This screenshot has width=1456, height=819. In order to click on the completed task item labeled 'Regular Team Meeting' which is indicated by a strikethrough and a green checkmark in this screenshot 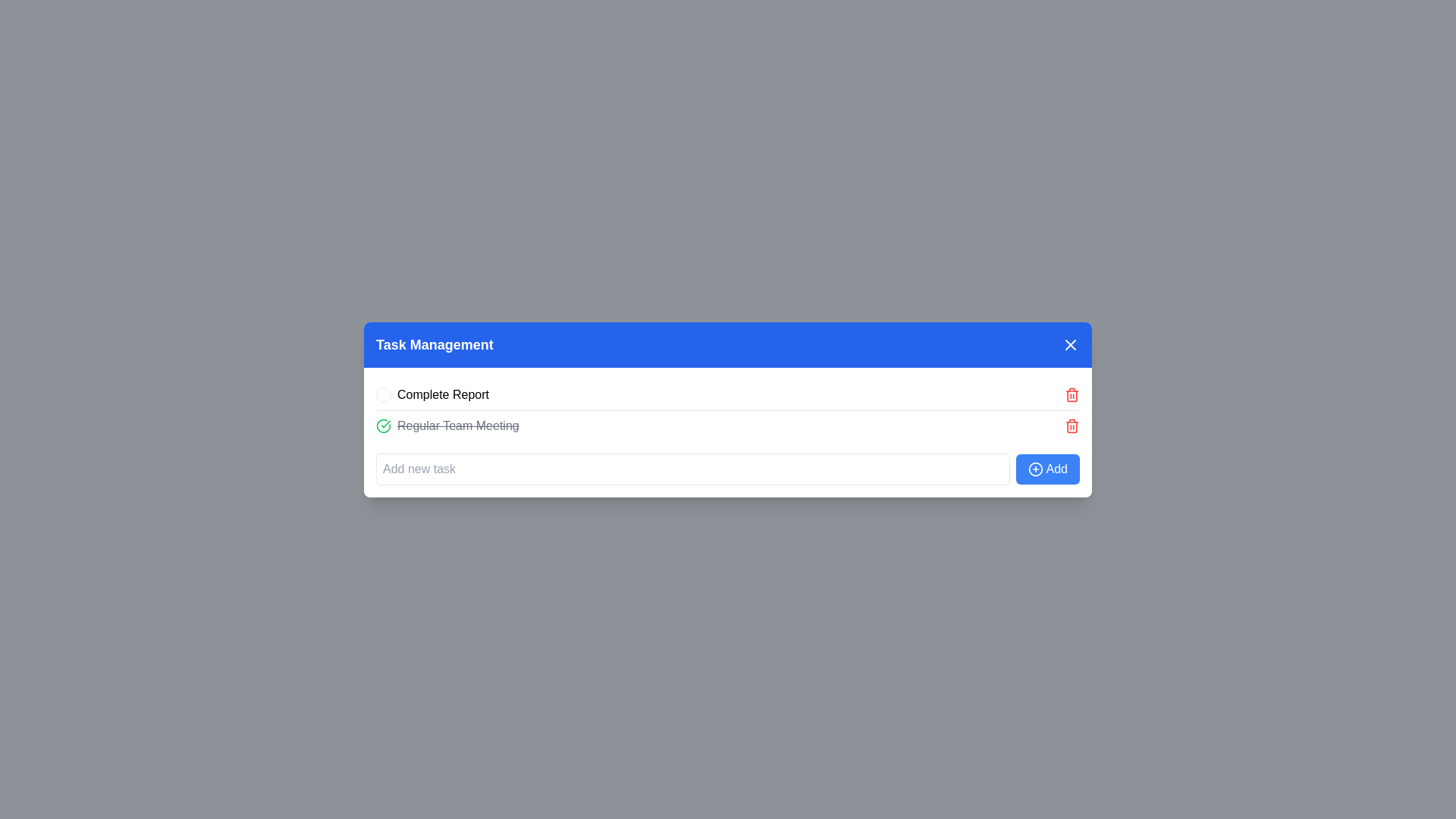, I will do `click(447, 425)`.